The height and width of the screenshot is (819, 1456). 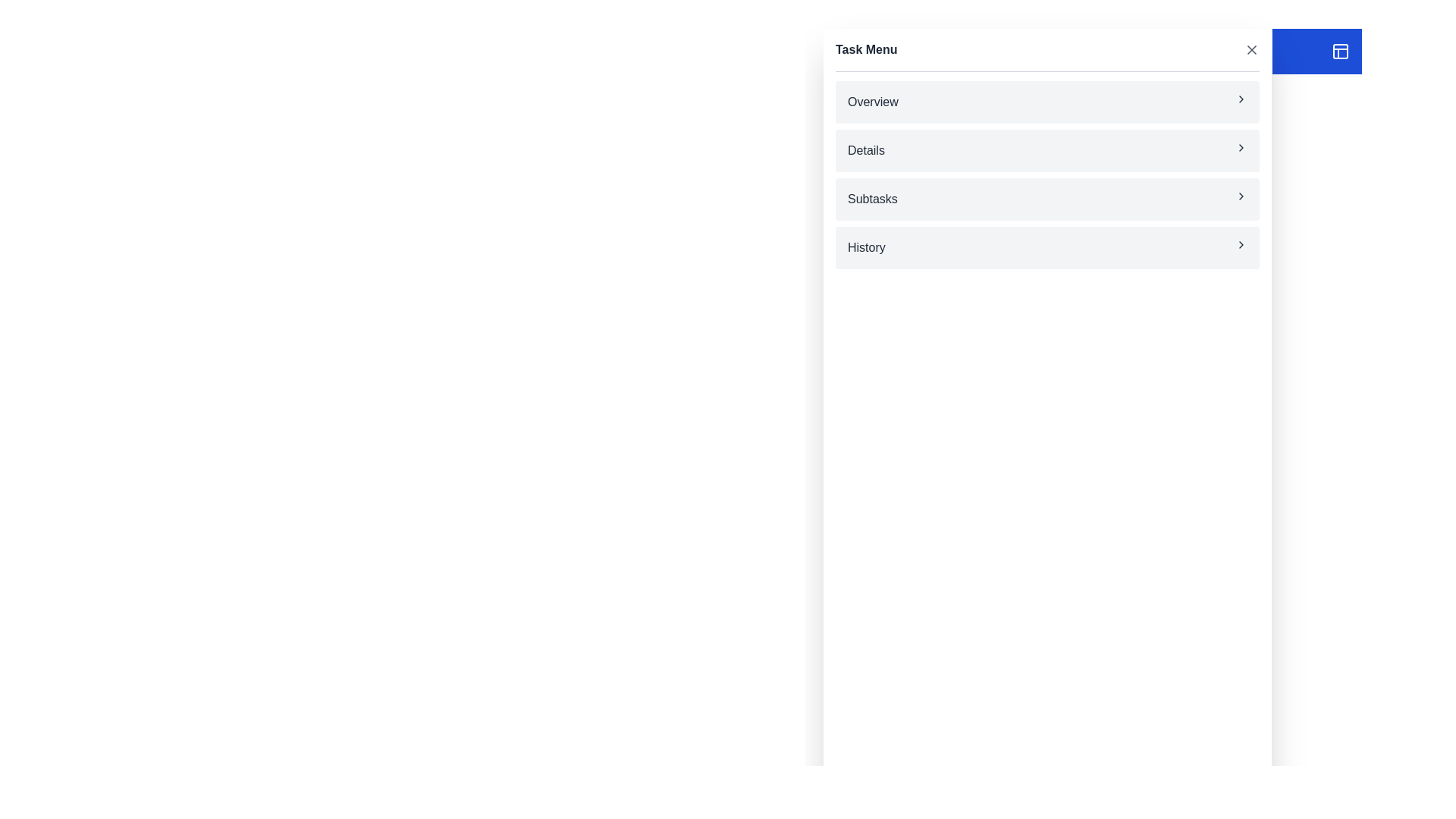 I want to click on the 'Details' menu item in the 'Task Menu' section, which is positioned between the 'Overview' and 'Subtasks' items, so click(x=1046, y=151).